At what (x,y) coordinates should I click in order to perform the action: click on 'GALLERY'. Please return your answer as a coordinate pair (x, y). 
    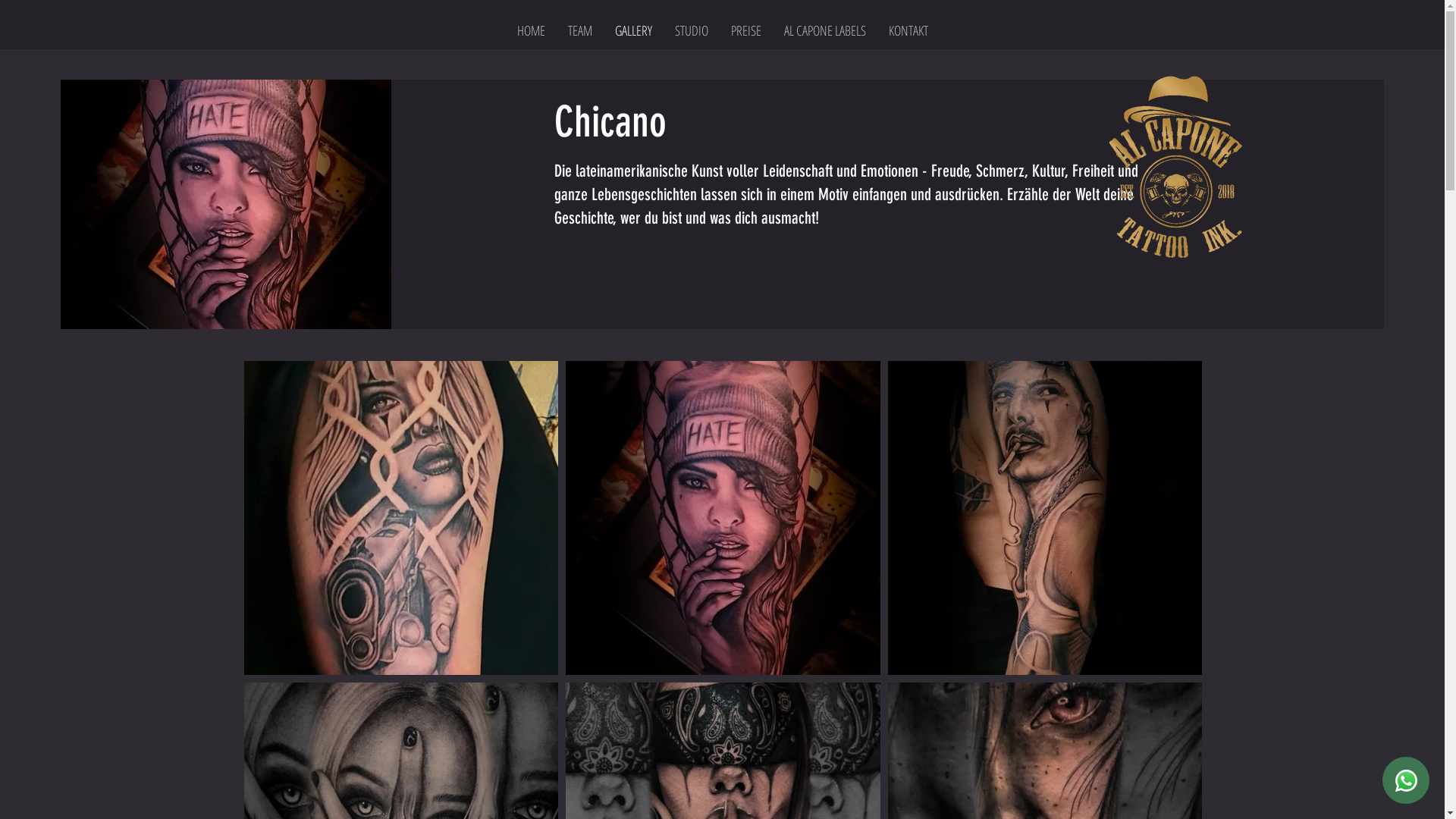
    Looking at the image, I should click on (603, 30).